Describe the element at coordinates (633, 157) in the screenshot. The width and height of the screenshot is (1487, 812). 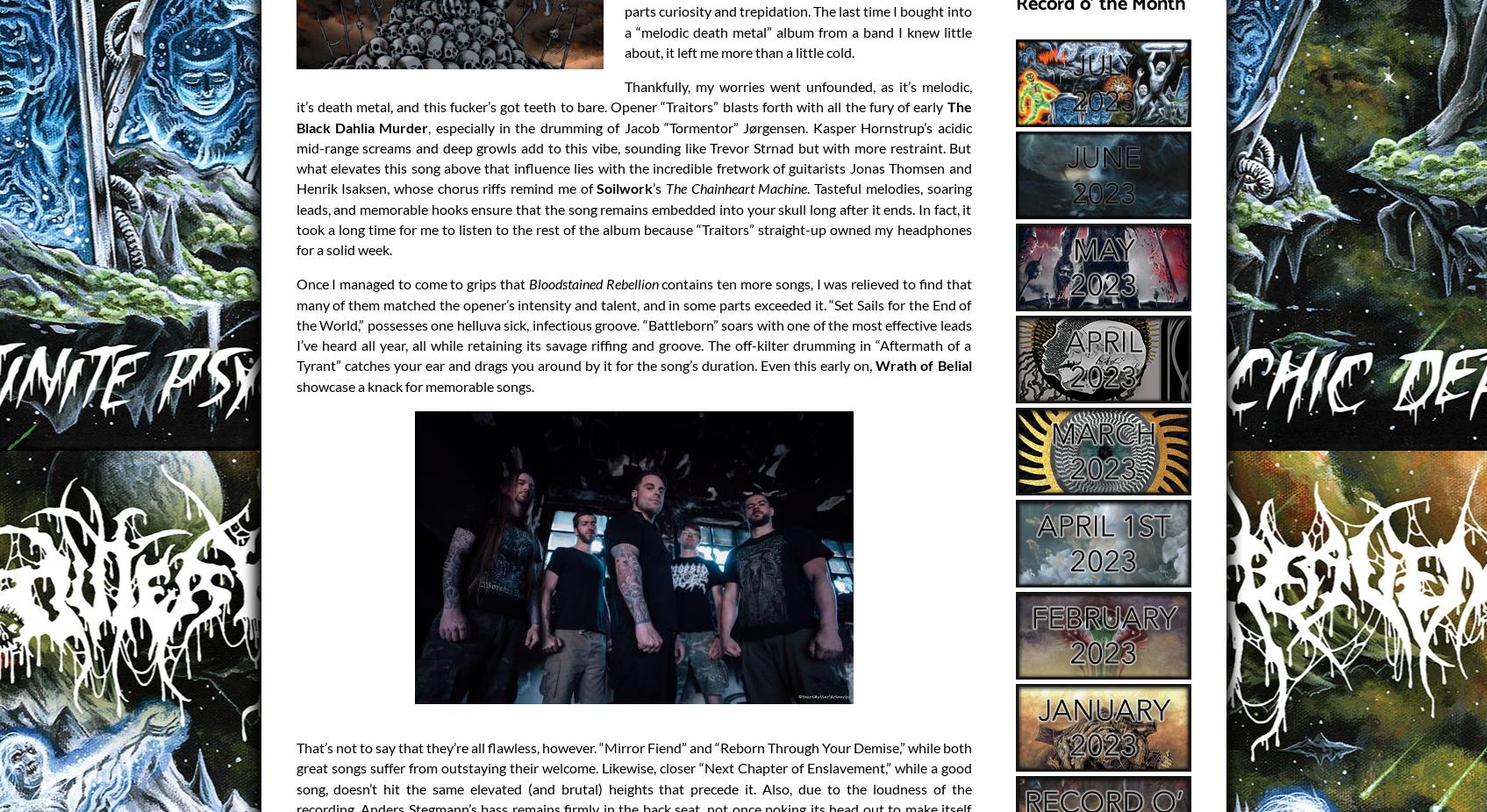
I see `', especially in the drumming of Jacob “Tormentor” Jørgensen. Kasper Hornstrup’s acidic mid-range screams and deep growls add to this vibe, sounding like Trevor Strnad but with more restraint. But what elevates this song above that influence lies with the incredible fretwork of guitarists Jonas Thomsen and Henrik Isaksen, whose chorus riffs remind me of'` at that location.